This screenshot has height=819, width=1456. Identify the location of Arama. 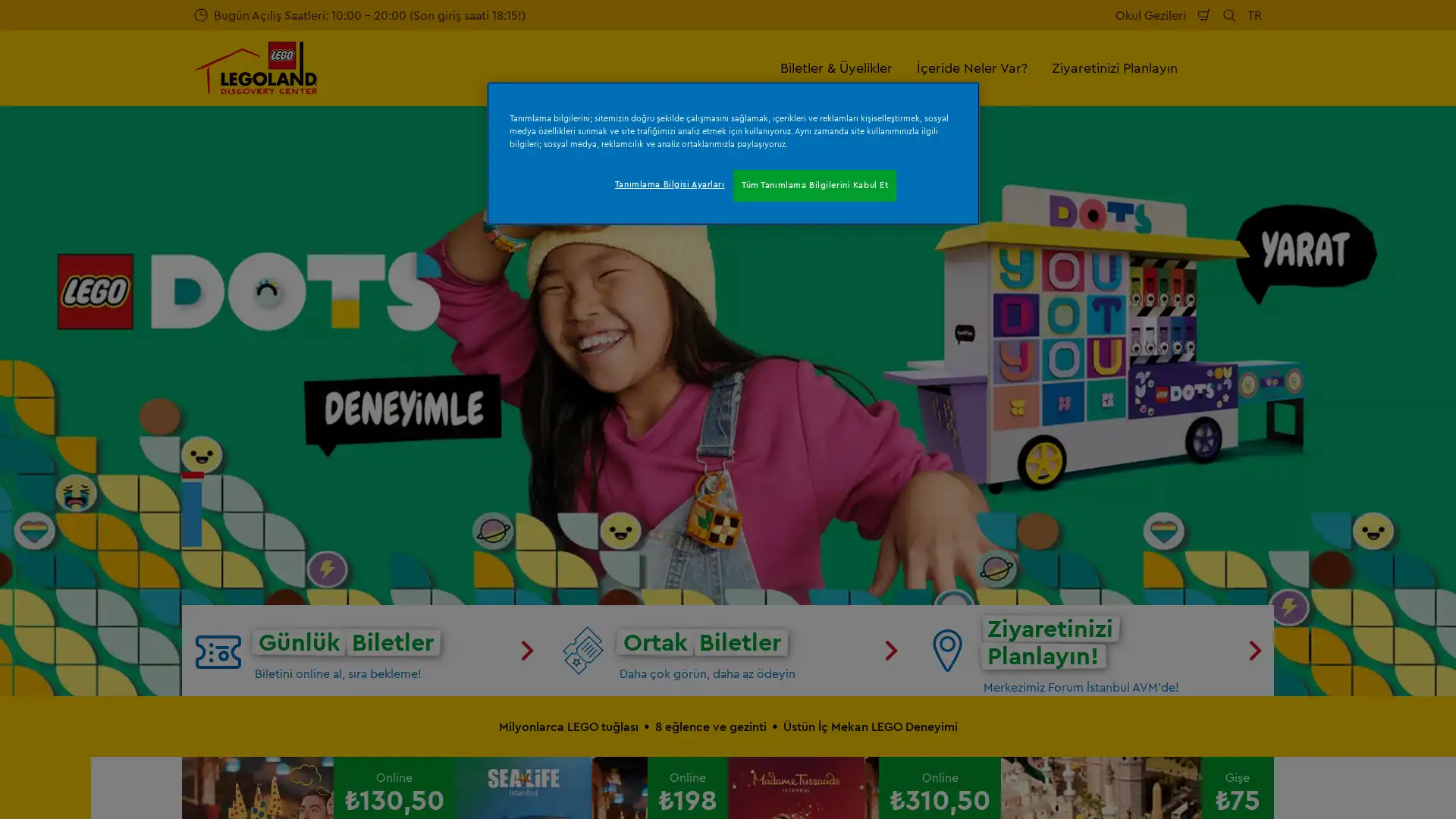
(1229, 14).